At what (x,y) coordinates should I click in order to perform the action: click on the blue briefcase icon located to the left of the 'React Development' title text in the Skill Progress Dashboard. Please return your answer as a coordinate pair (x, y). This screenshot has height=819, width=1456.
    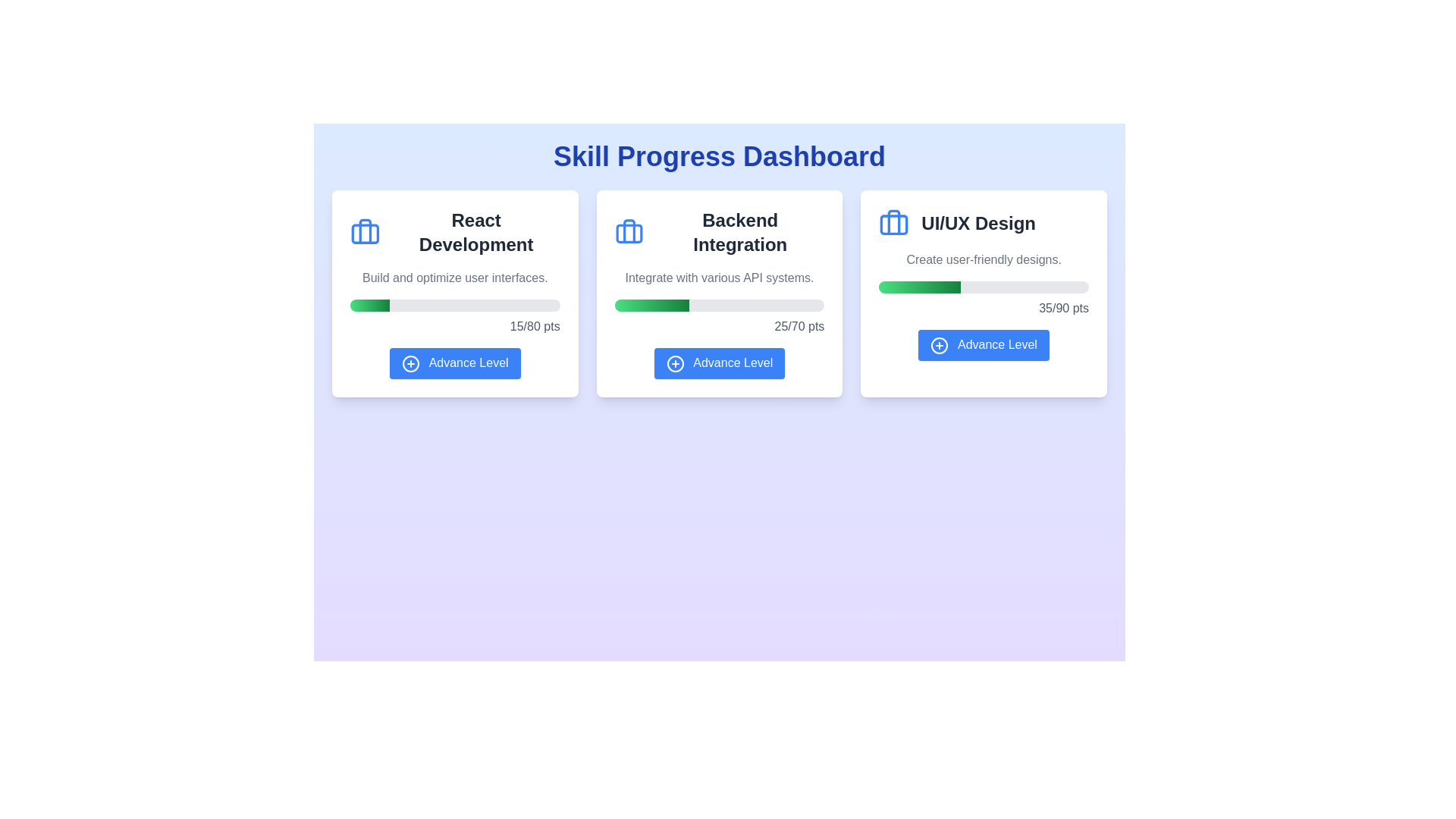
    Looking at the image, I should click on (365, 233).